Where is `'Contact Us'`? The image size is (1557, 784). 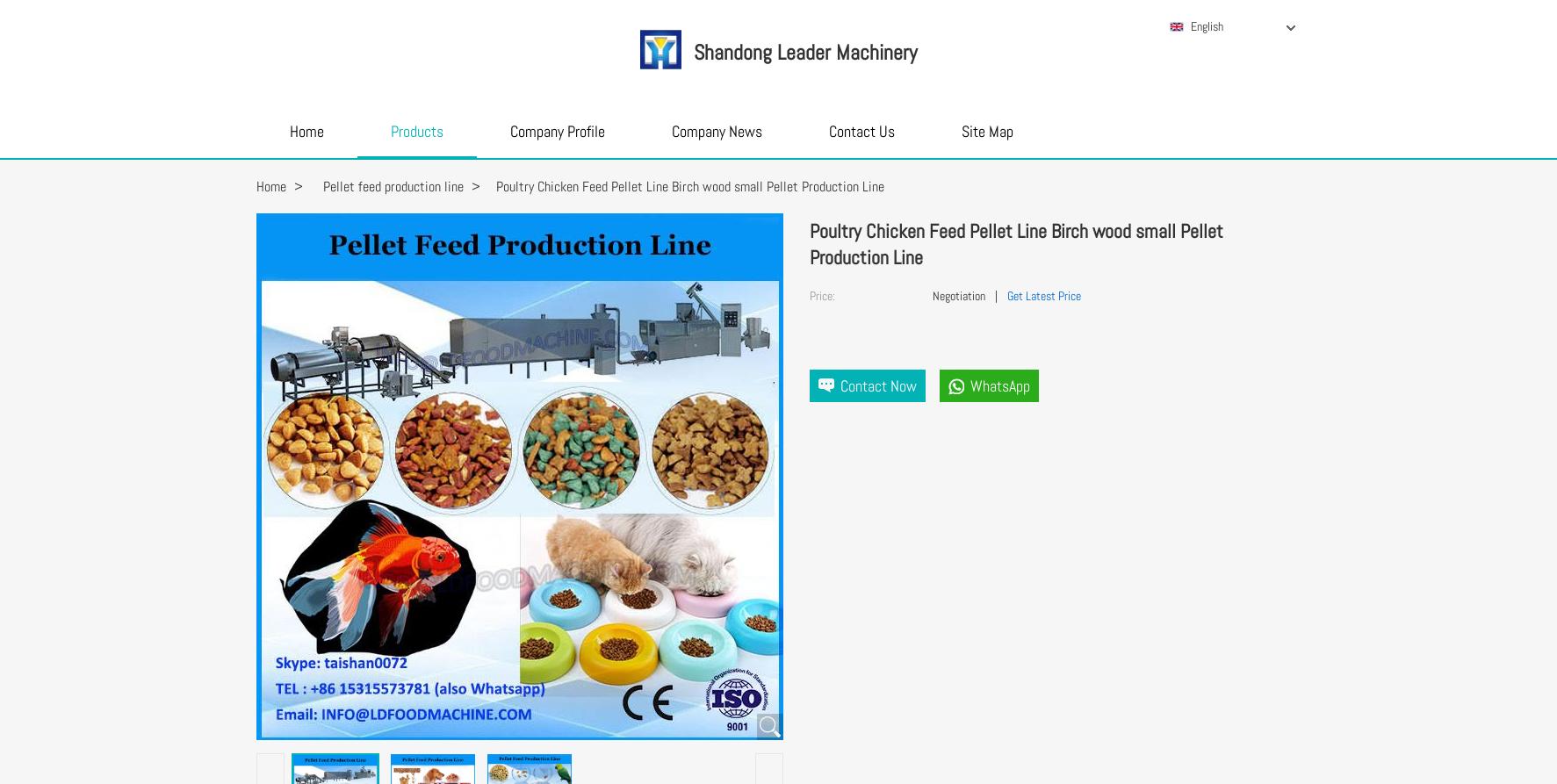 'Contact Us' is located at coordinates (861, 131).